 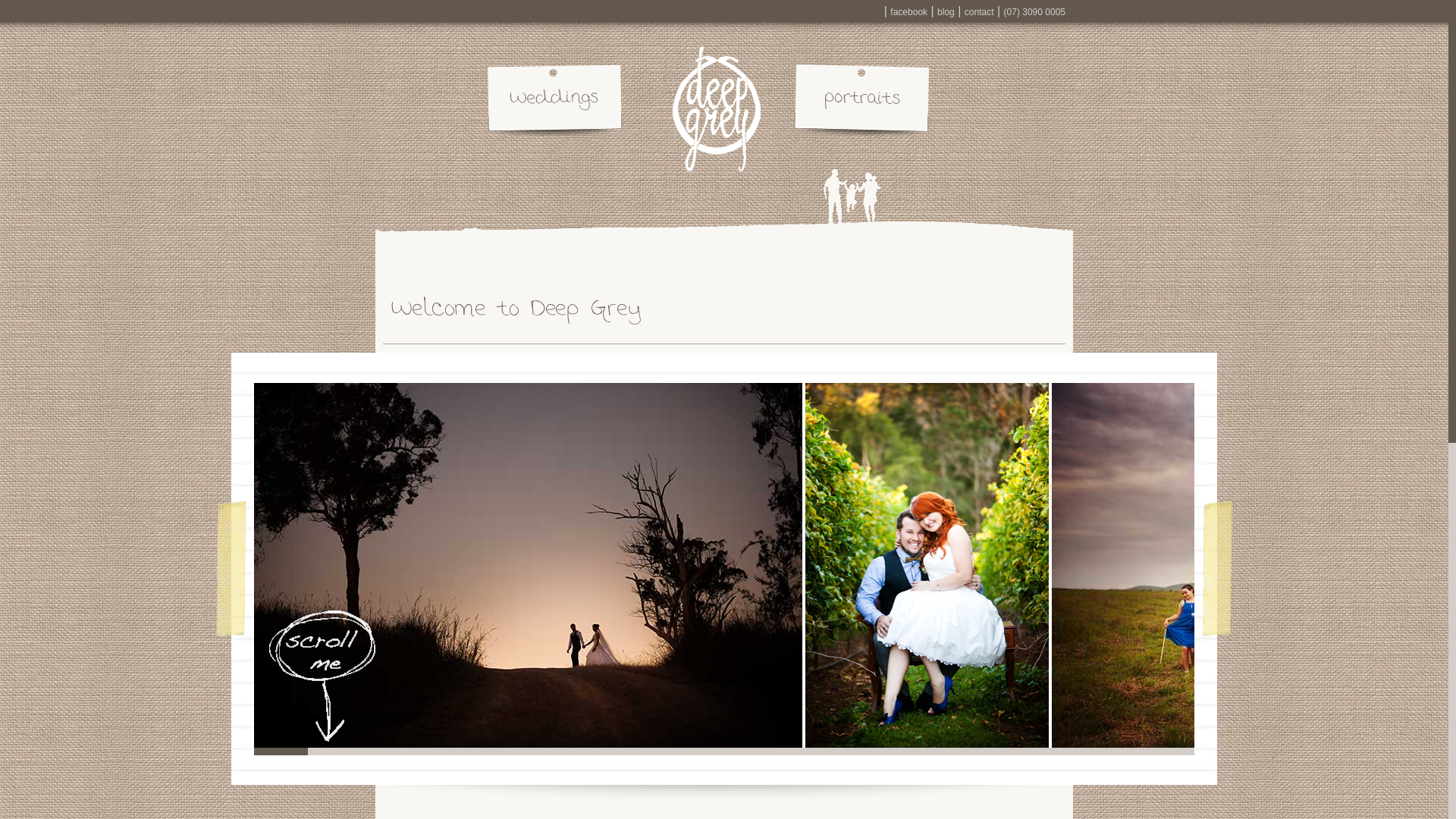 I want to click on 'contact', so click(x=979, y=11).